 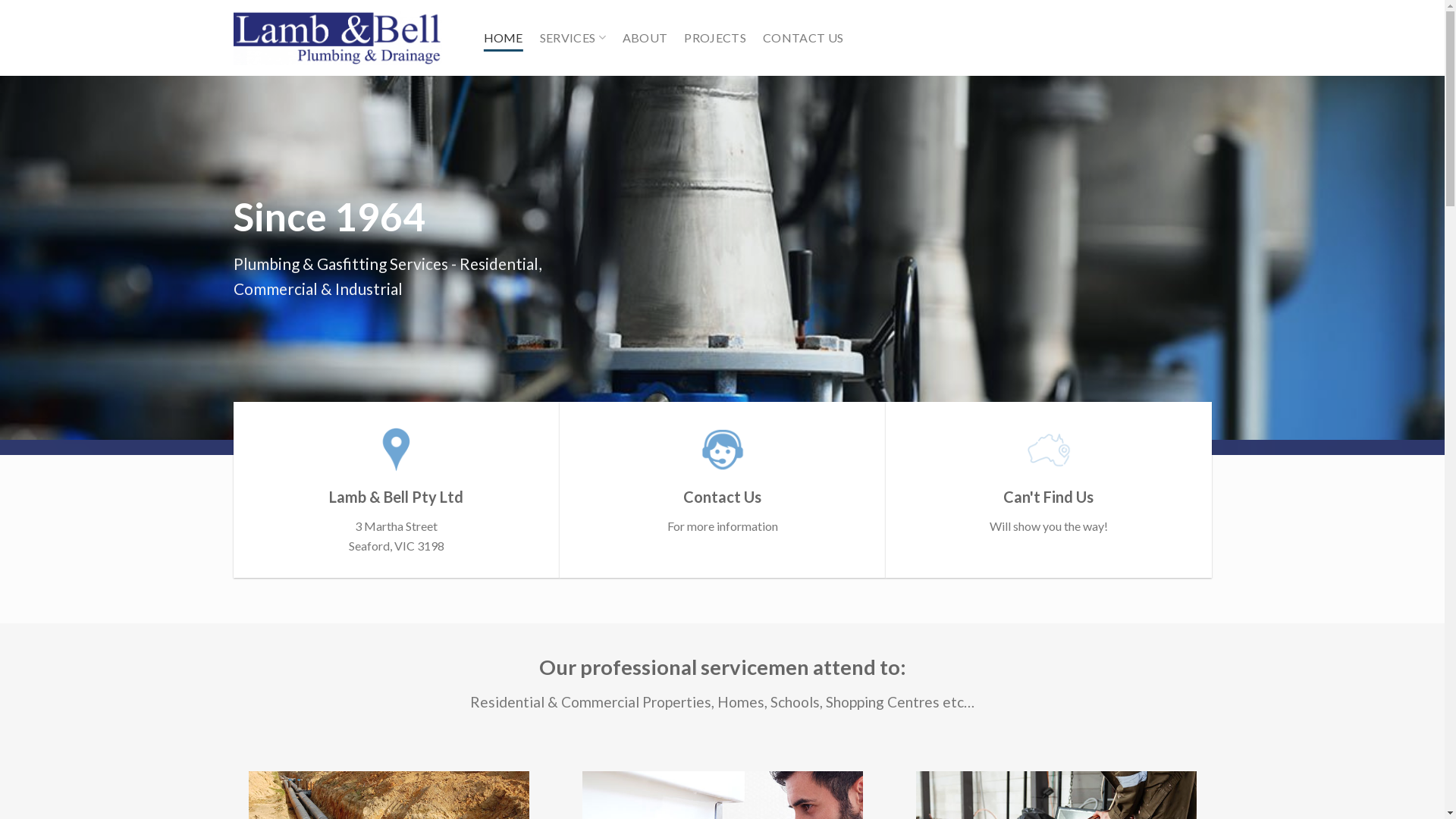 I want to click on 'Can't Find Us, so click(x=1047, y=480).